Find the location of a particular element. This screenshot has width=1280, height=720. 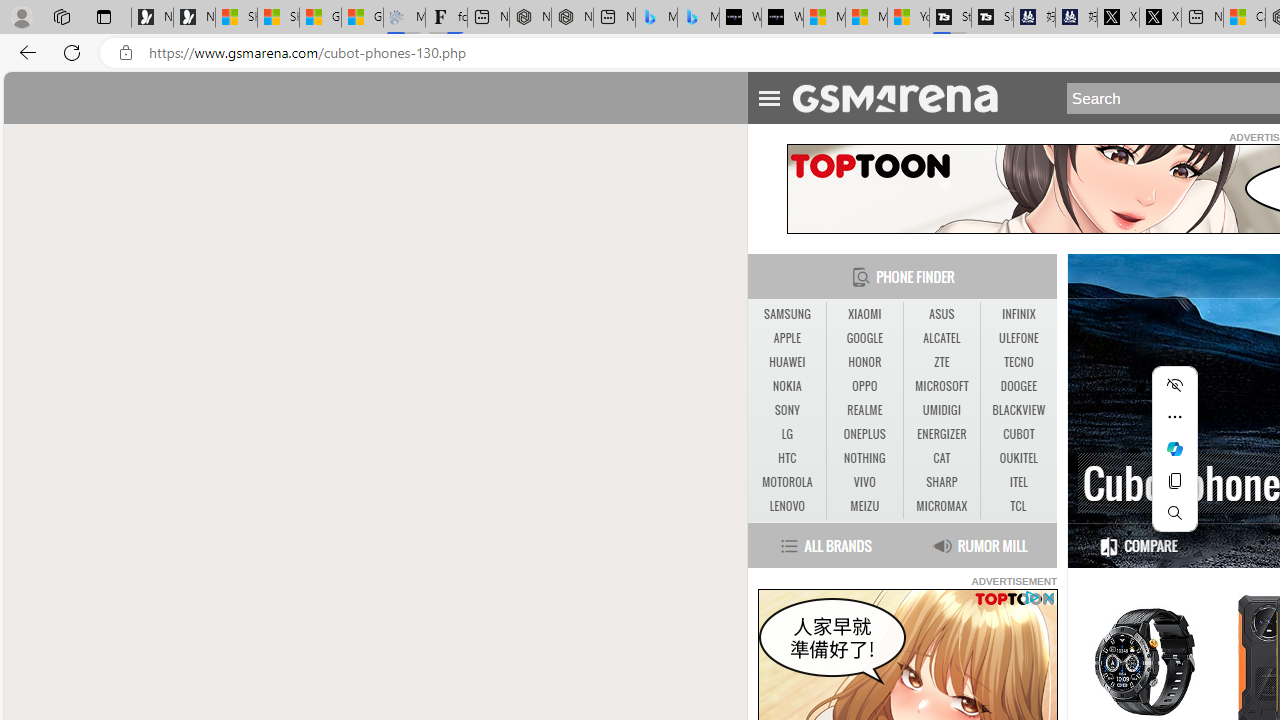

'LG' is located at coordinates (786, 433).